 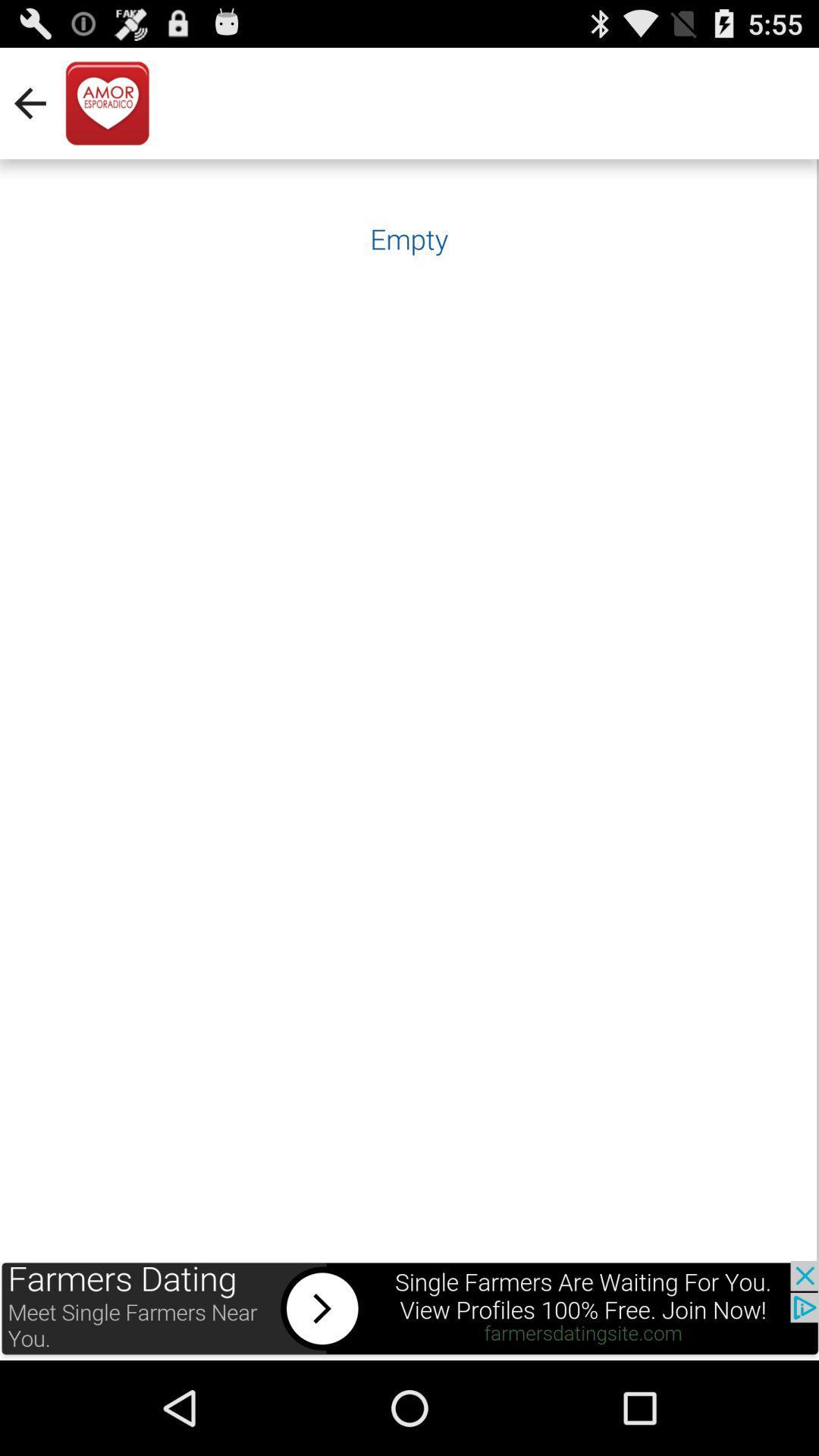 What do you see at coordinates (409, 1310) in the screenshot?
I see `advertisement` at bounding box center [409, 1310].